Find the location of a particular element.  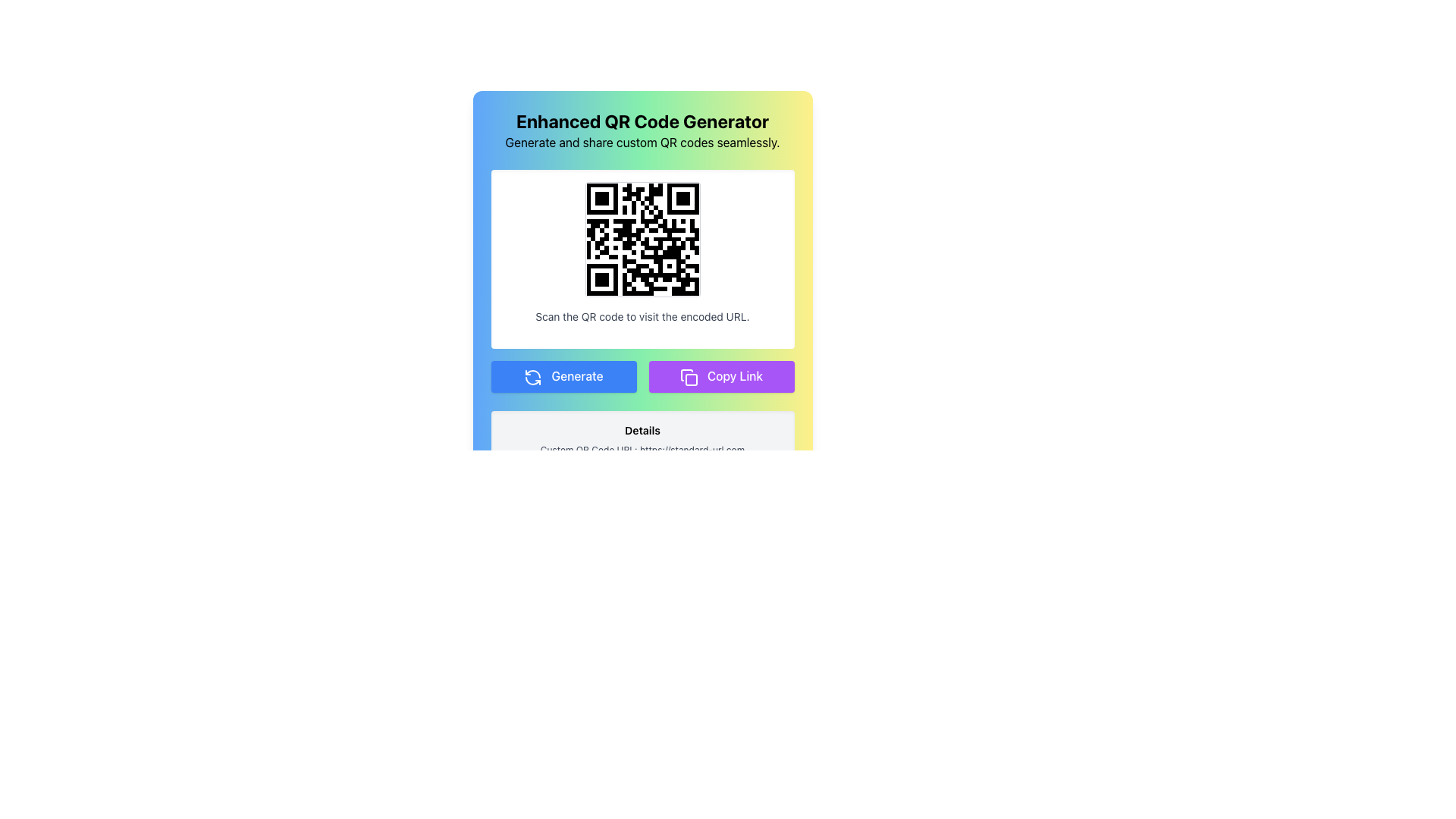

text label displayed in small-sized, gray font located directly beneath the QR code image, which serves as a description for the QR code is located at coordinates (642, 315).